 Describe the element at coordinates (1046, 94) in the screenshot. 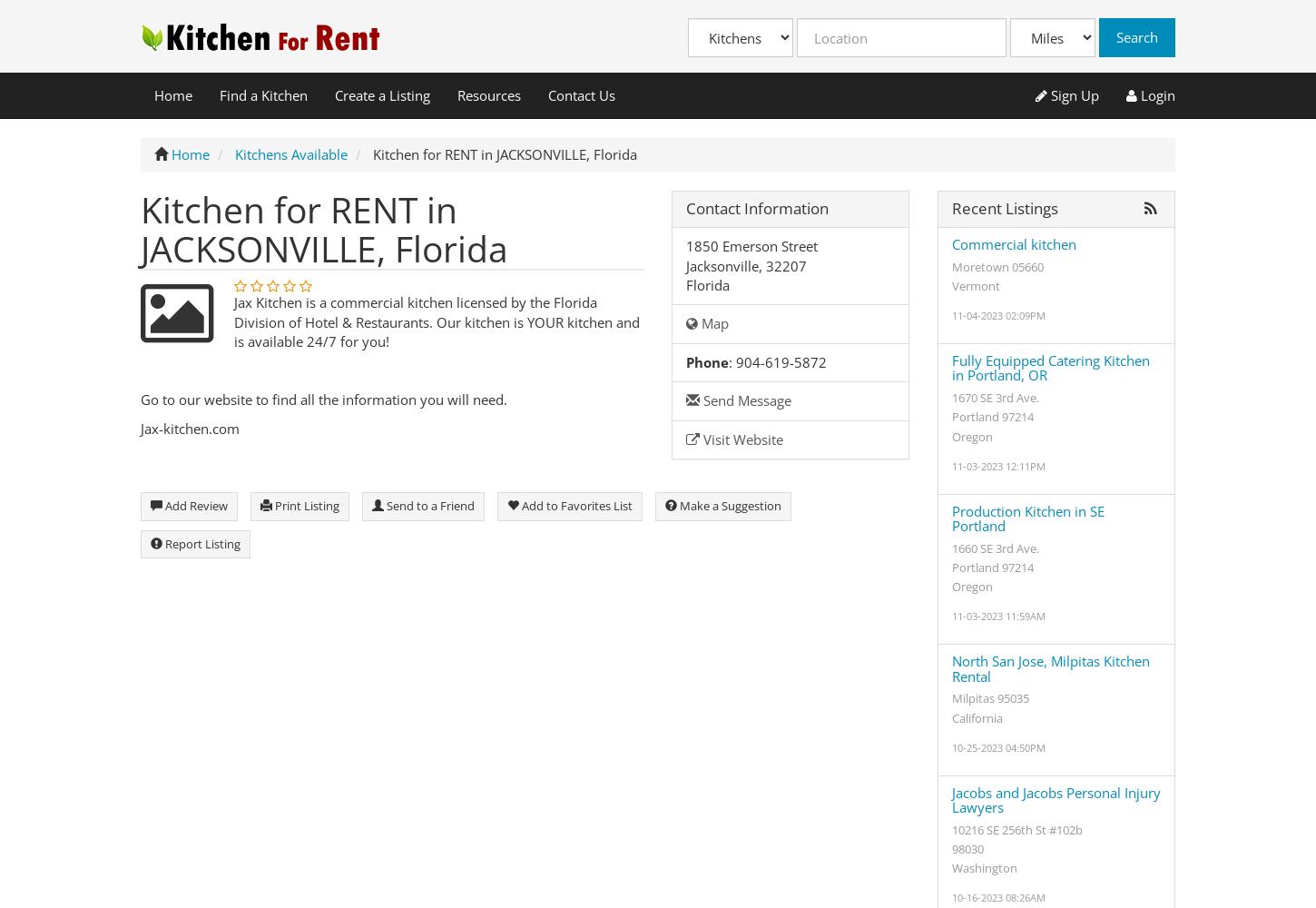

I see `'Sign Up'` at that location.